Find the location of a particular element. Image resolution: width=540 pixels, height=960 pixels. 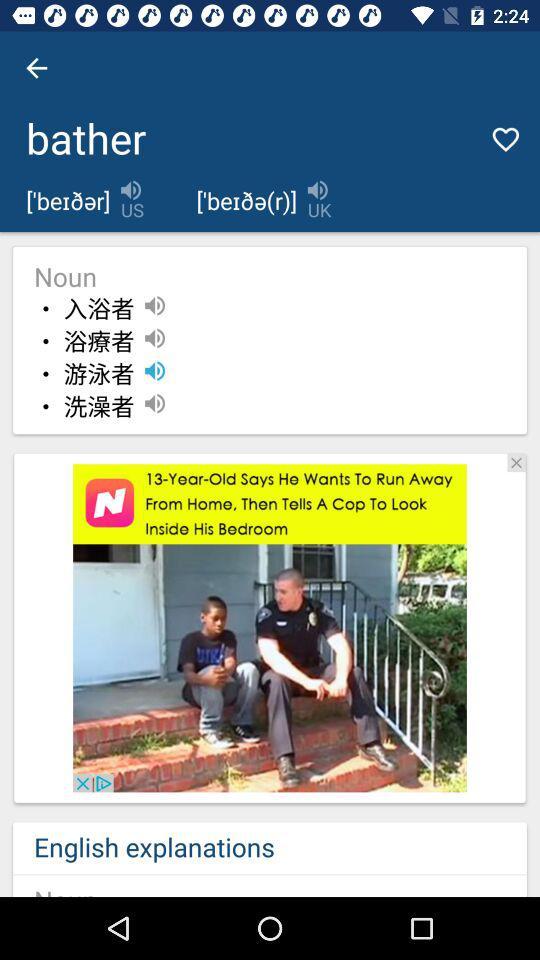

the image is located at coordinates (516, 462).